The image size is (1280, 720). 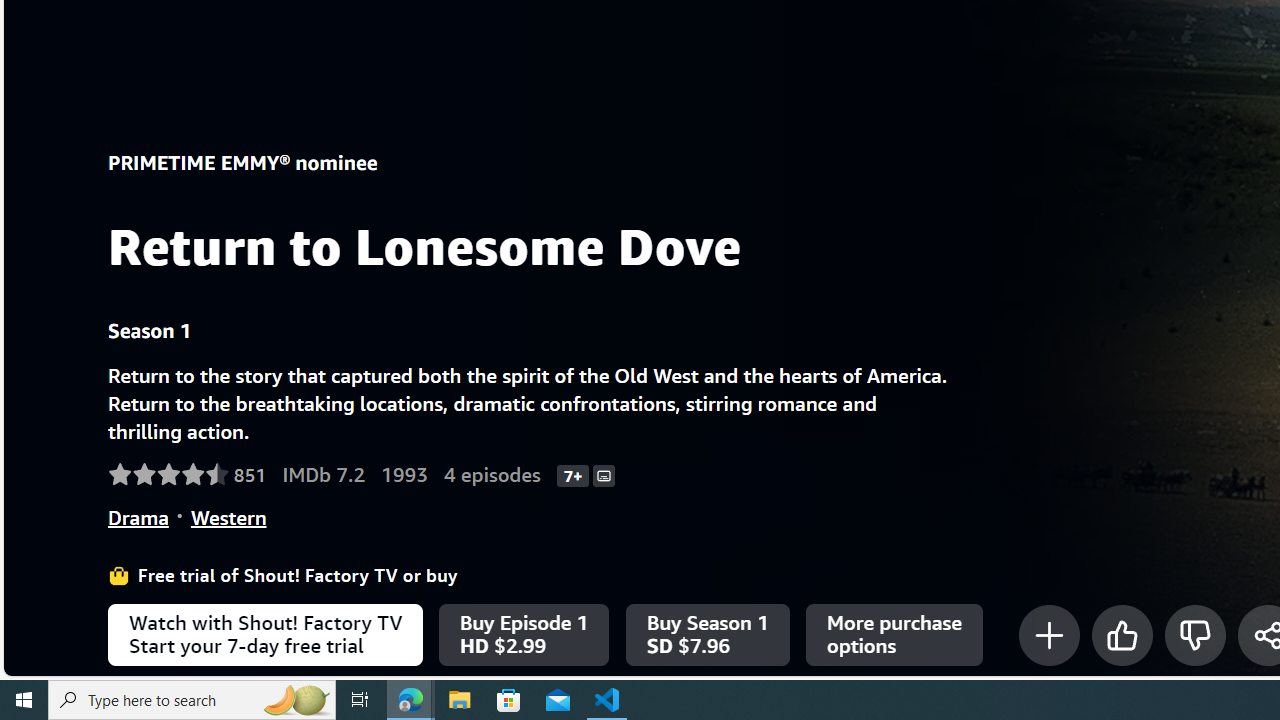 What do you see at coordinates (1121, 635) in the screenshot?
I see `'Like'` at bounding box center [1121, 635].